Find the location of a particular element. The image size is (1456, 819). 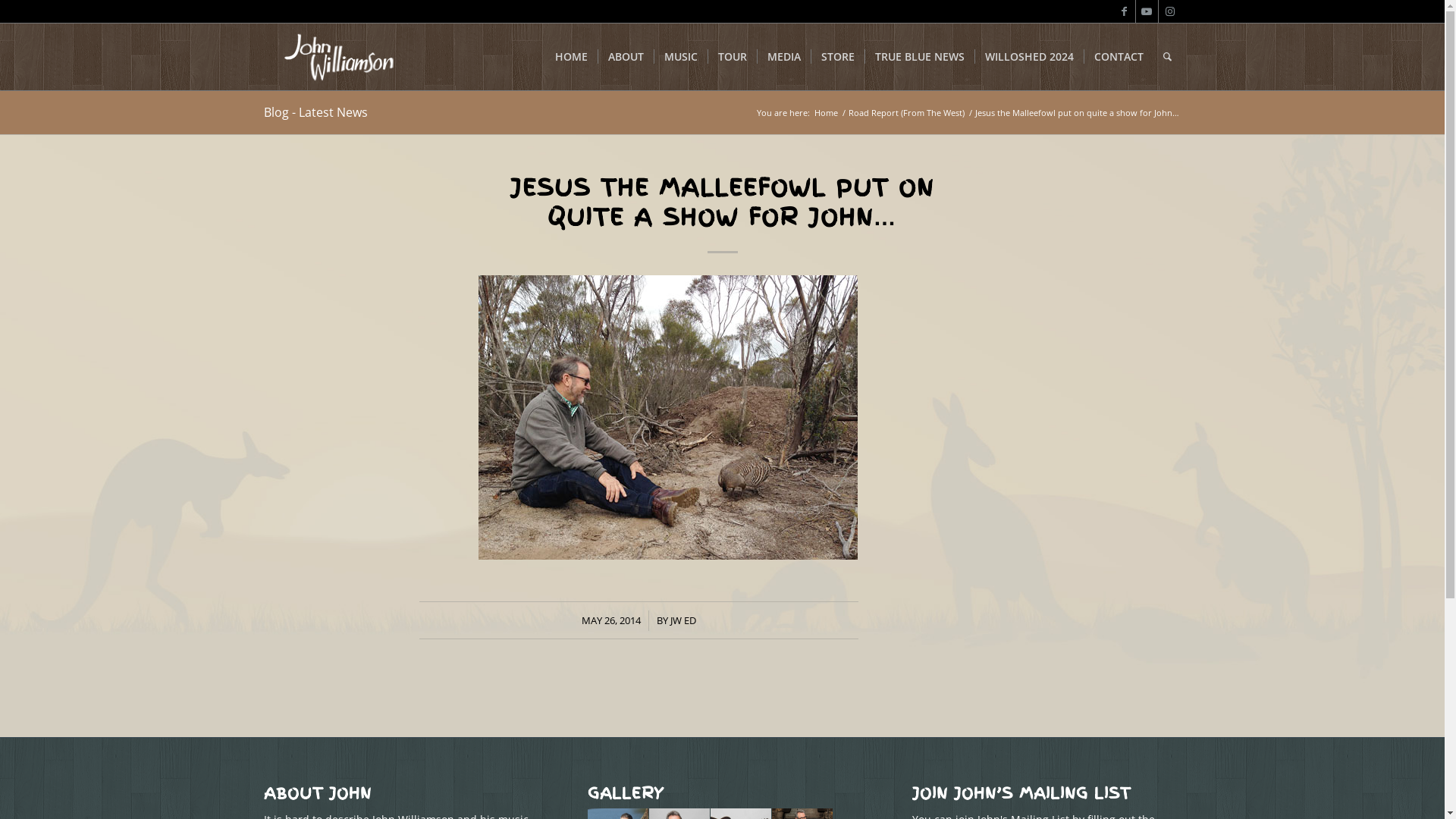

'MUSIC' is located at coordinates (654, 55).